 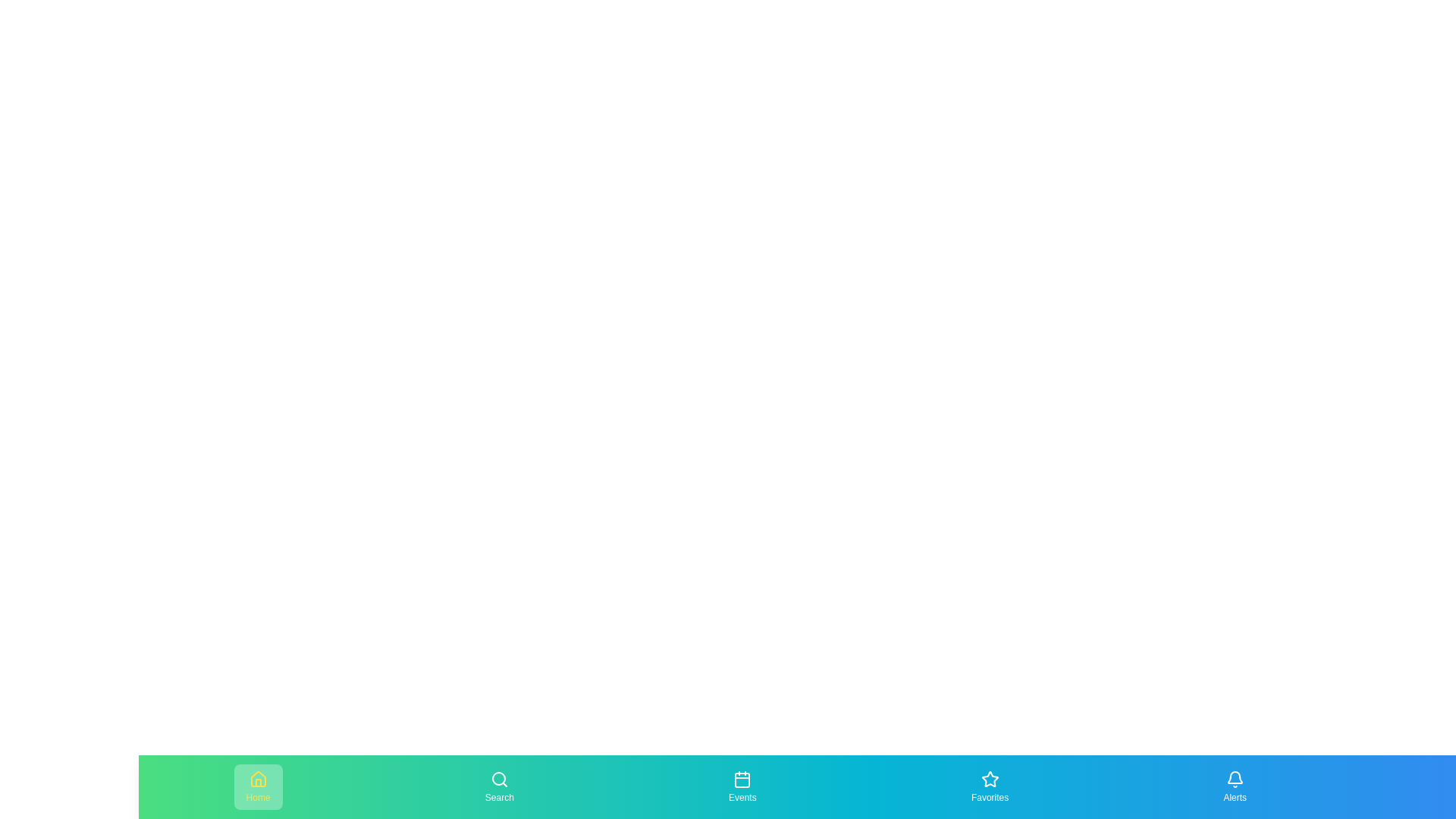 What do you see at coordinates (990, 786) in the screenshot?
I see `the navigation item Favorites` at bounding box center [990, 786].